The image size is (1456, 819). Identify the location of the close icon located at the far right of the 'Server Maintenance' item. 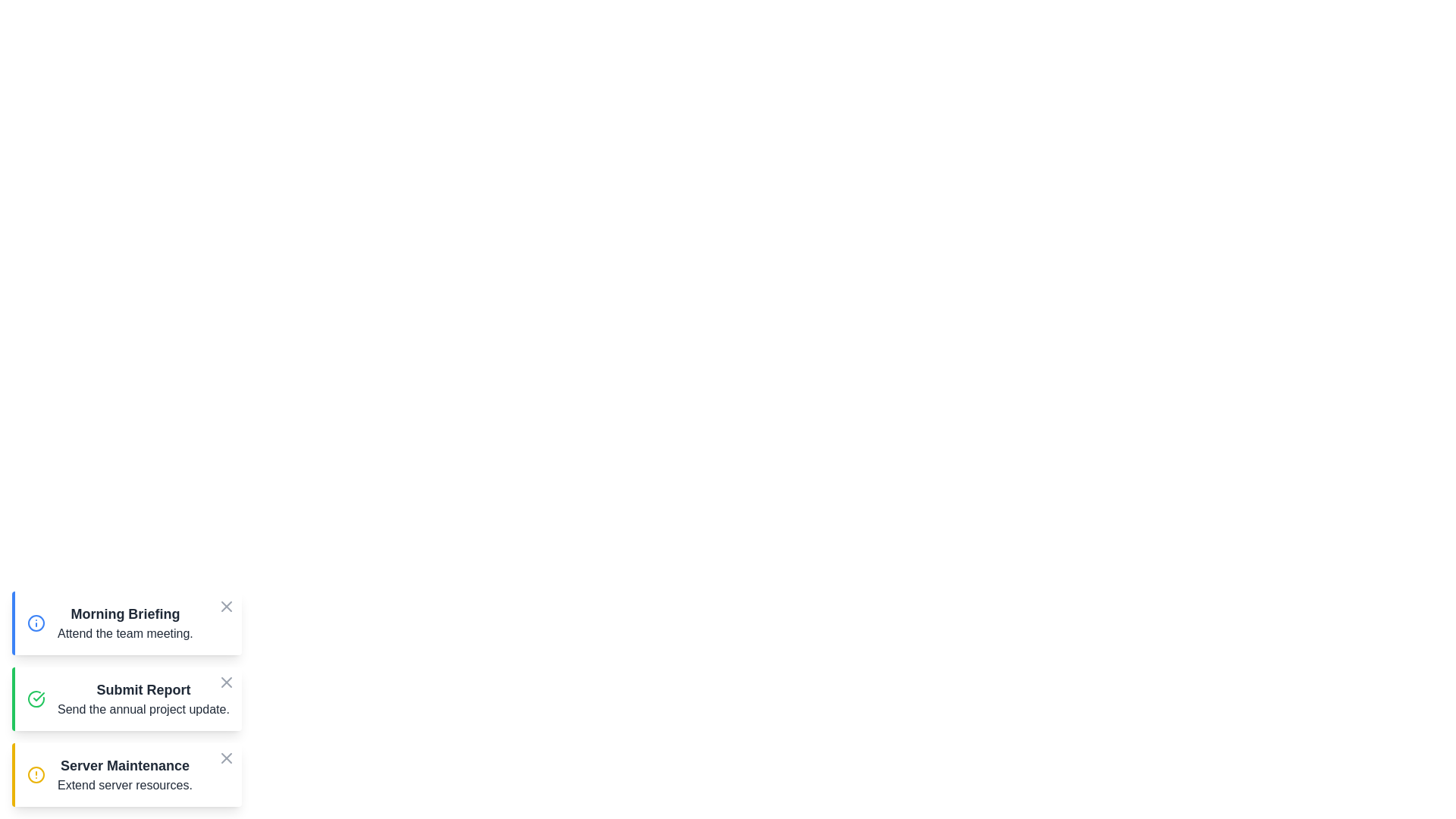
(225, 758).